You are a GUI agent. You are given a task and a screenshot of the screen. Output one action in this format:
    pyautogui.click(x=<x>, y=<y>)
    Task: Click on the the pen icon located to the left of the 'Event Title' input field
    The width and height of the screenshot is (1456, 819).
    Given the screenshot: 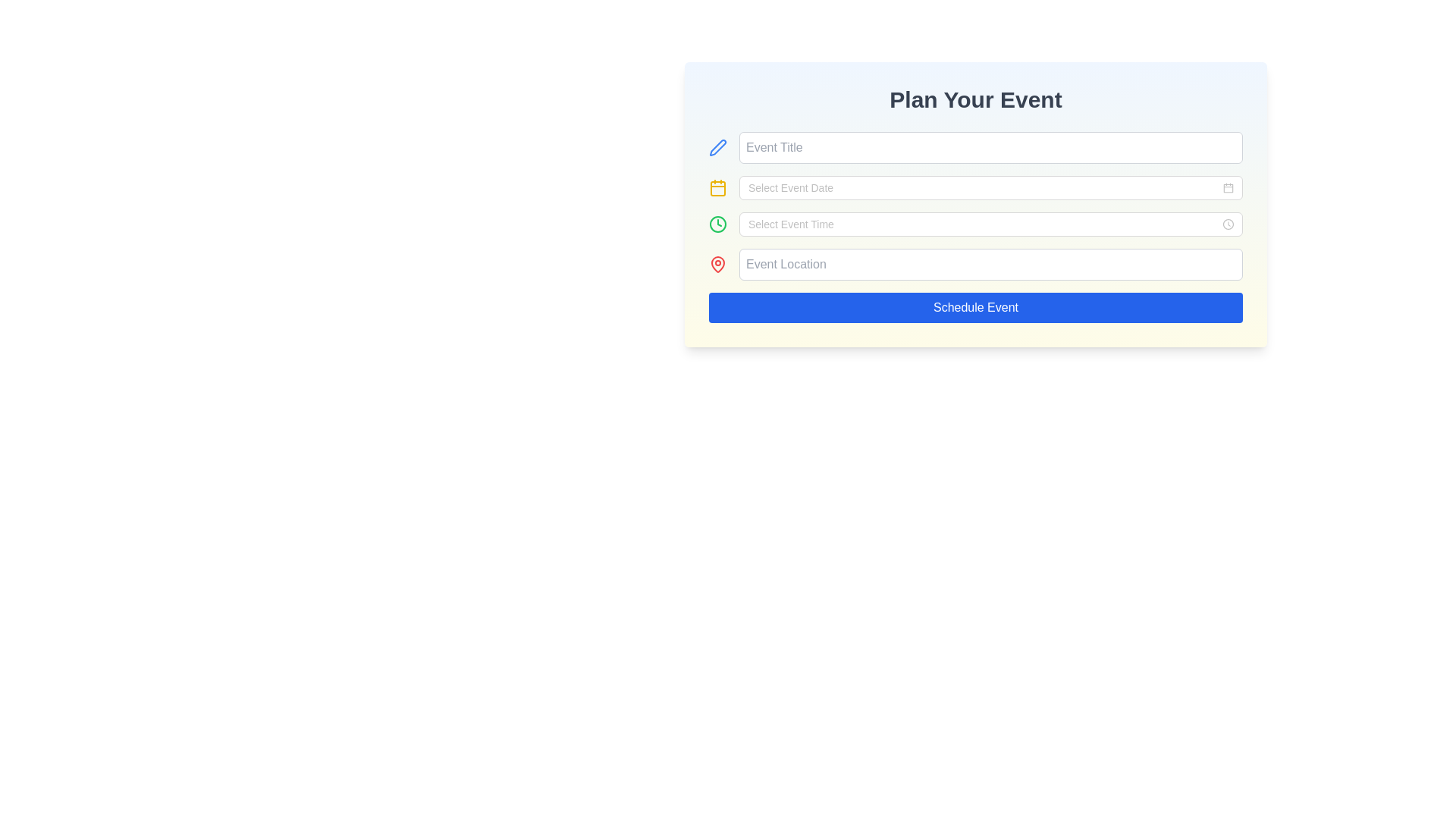 What is the action you would take?
    pyautogui.click(x=717, y=148)
    